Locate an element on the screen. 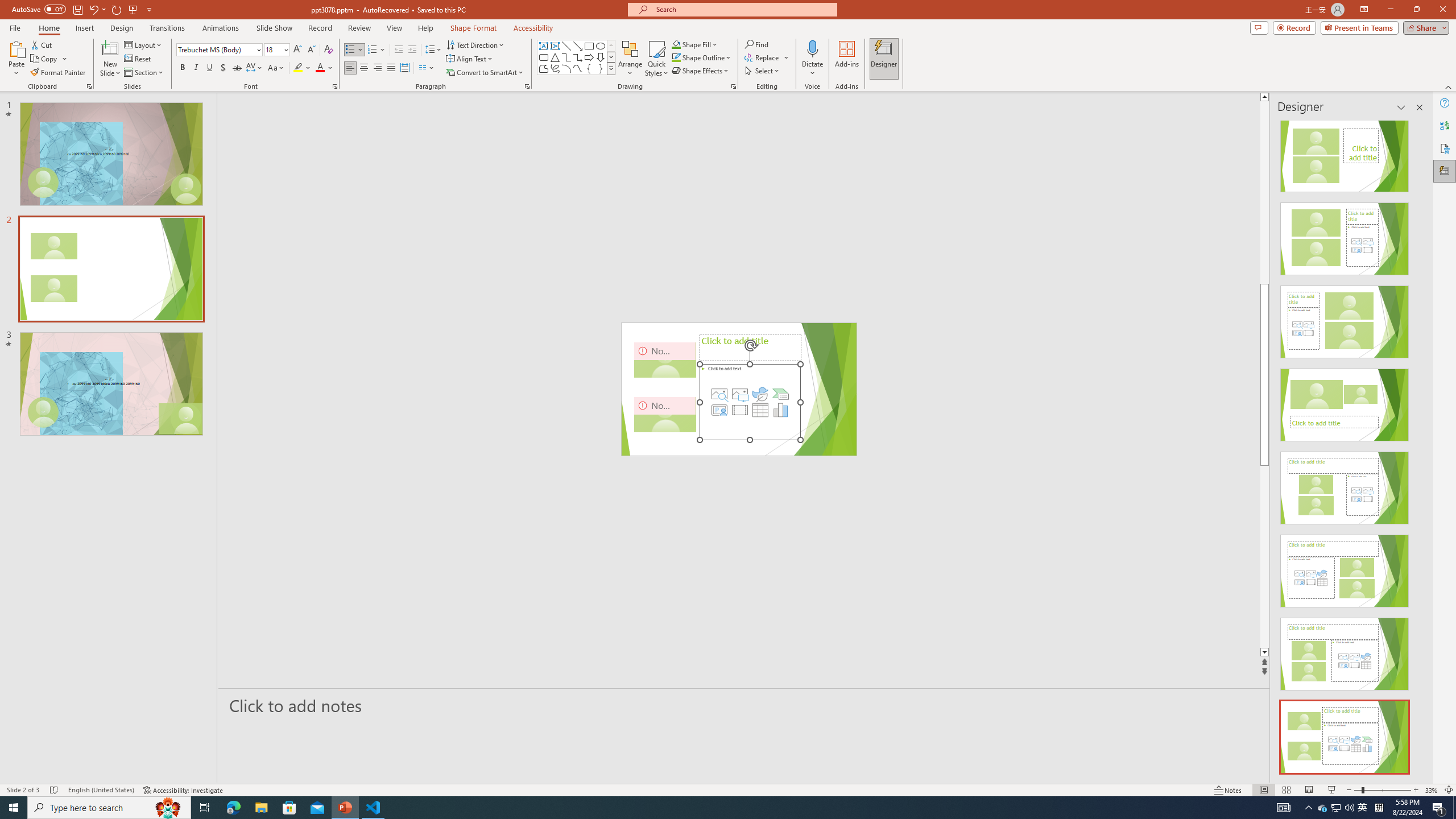 The height and width of the screenshot is (819, 1456). 'Recommended Design: Design Idea' is located at coordinates (1345, 152).